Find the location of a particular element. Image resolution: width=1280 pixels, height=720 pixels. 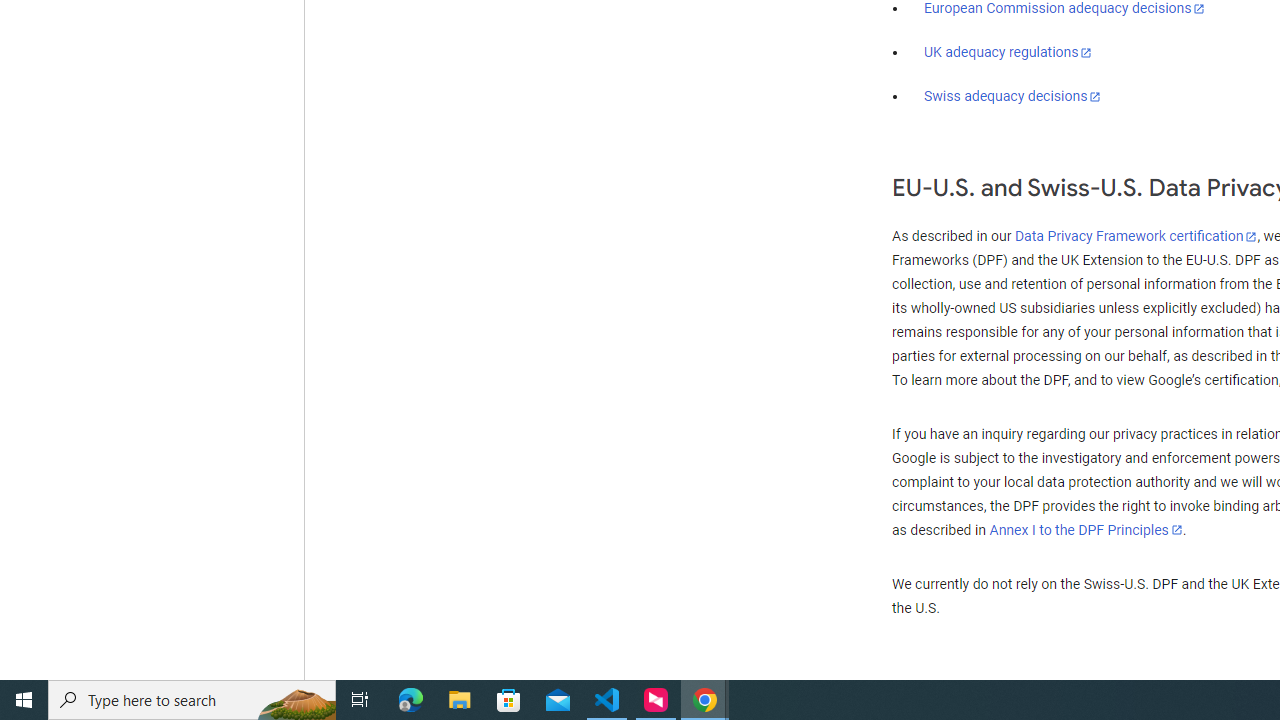

'UK adequacy regulations' is located at coordinates (1008, 51).